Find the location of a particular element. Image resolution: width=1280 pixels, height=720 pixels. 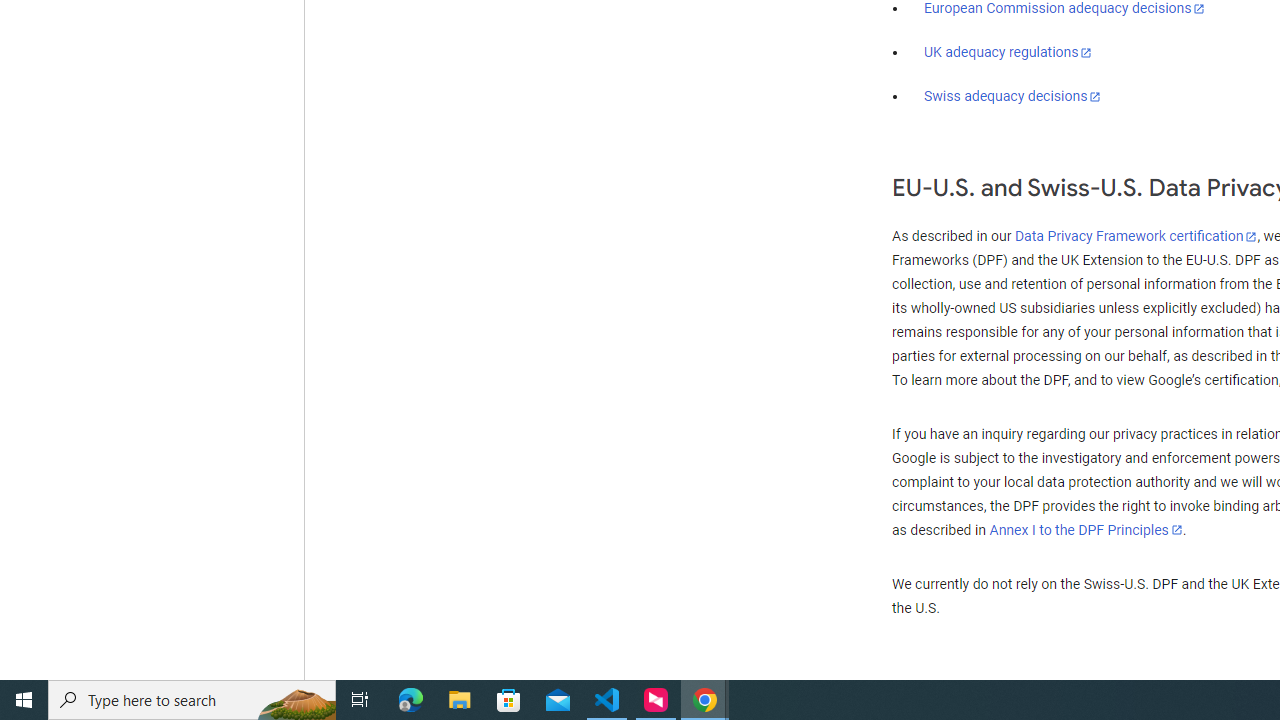

'UK adequacy regulations' is located at coordinates (1008, 51).